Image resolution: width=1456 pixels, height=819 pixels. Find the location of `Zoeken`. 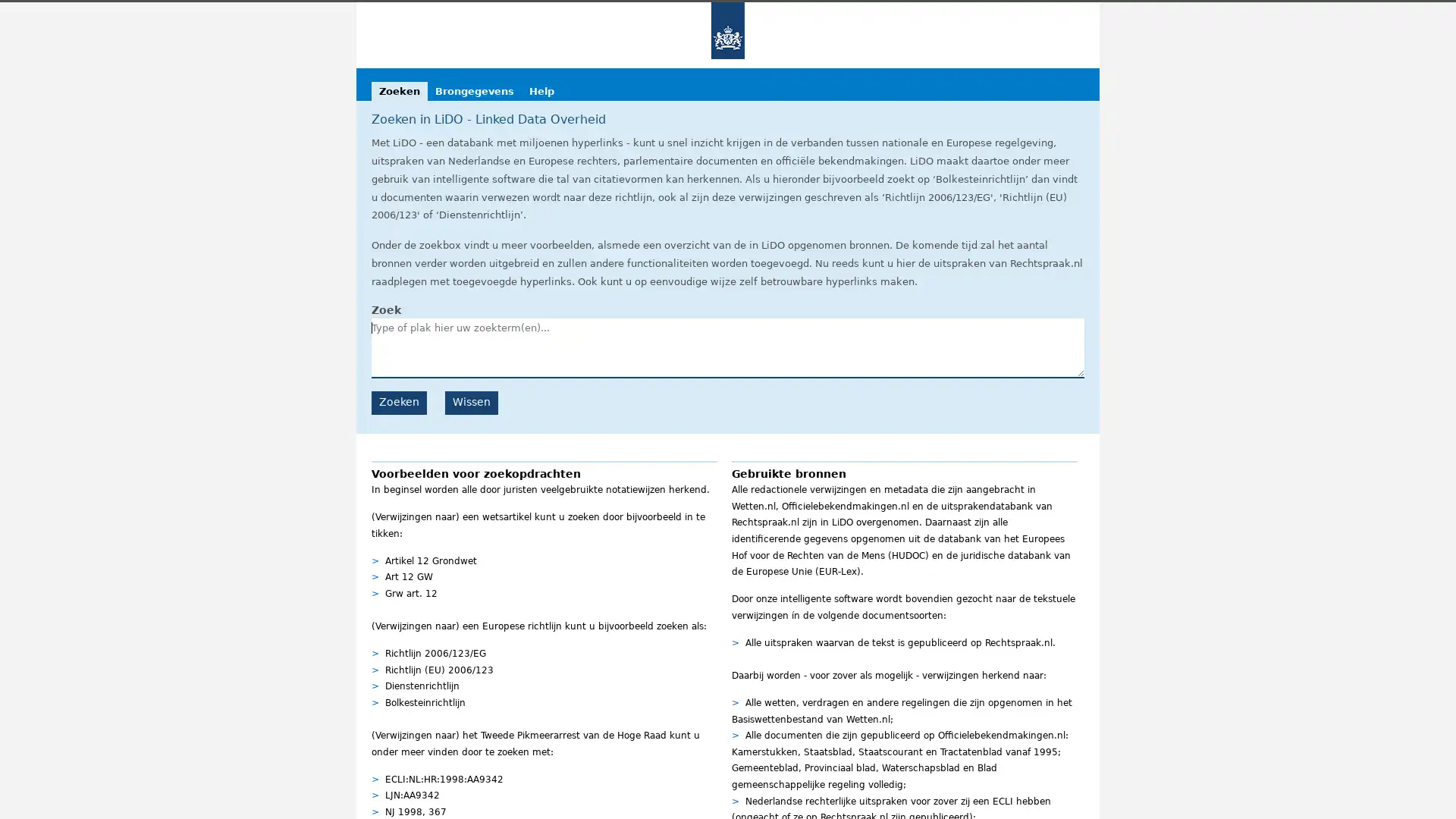

Zoeken is located at coordinates (399, 402).